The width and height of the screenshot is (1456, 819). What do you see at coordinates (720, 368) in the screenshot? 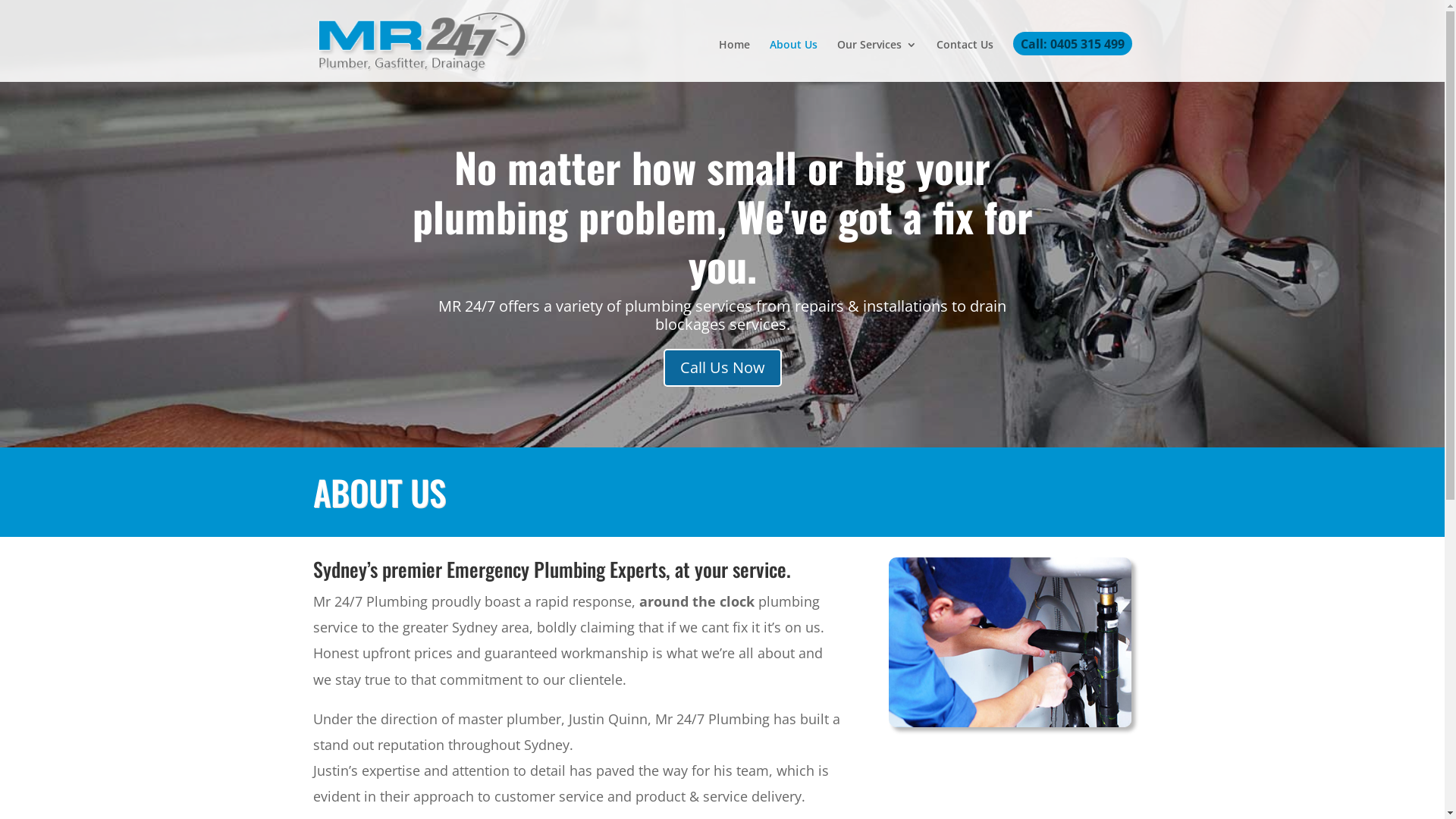
I see `'Call Us Now'` at bounding box center [720, 368].